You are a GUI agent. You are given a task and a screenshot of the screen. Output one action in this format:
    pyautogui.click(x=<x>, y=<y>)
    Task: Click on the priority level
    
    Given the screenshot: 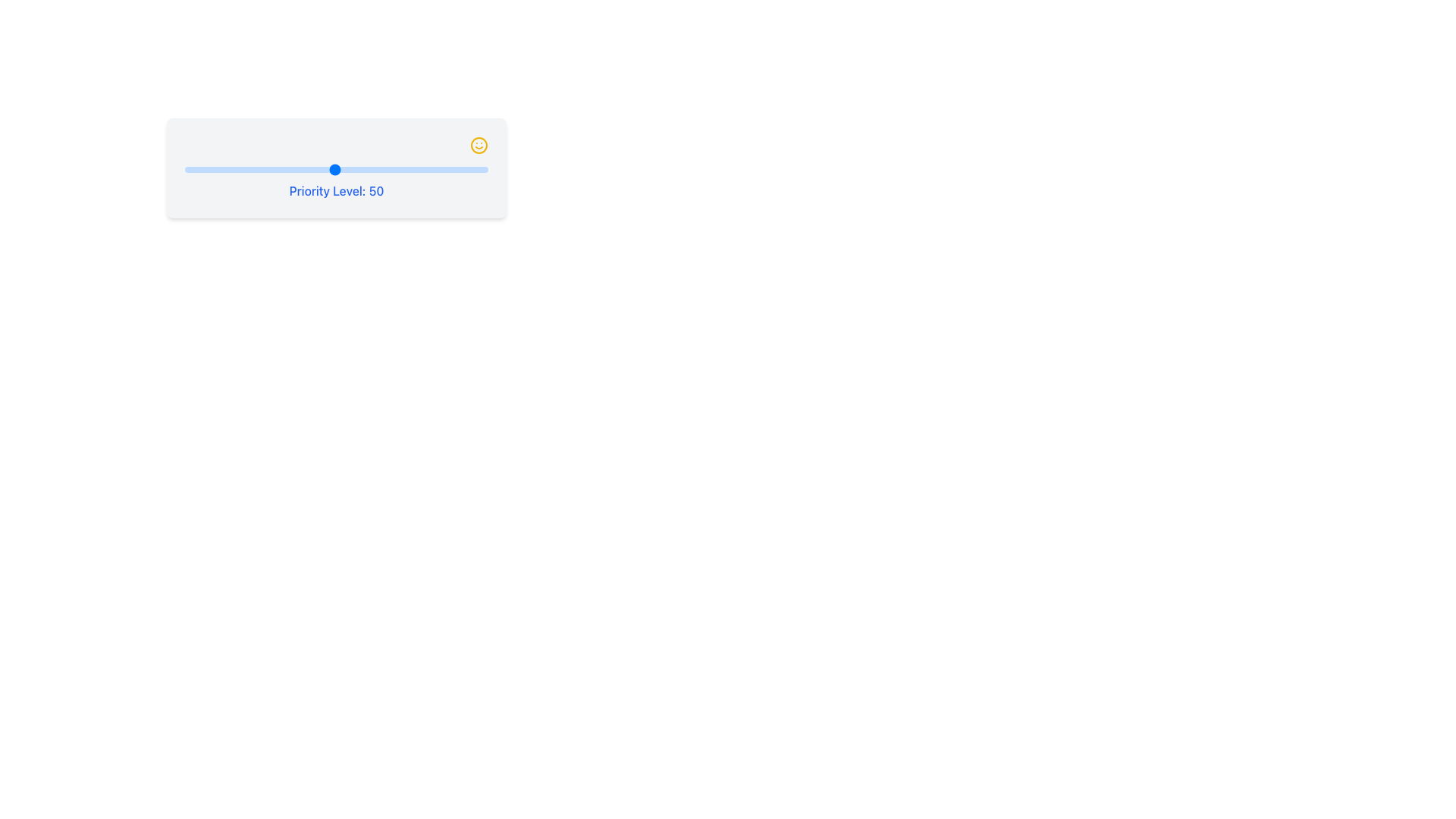 What is the action you would take?
    pyautogui.click(x=466, y=169)
    